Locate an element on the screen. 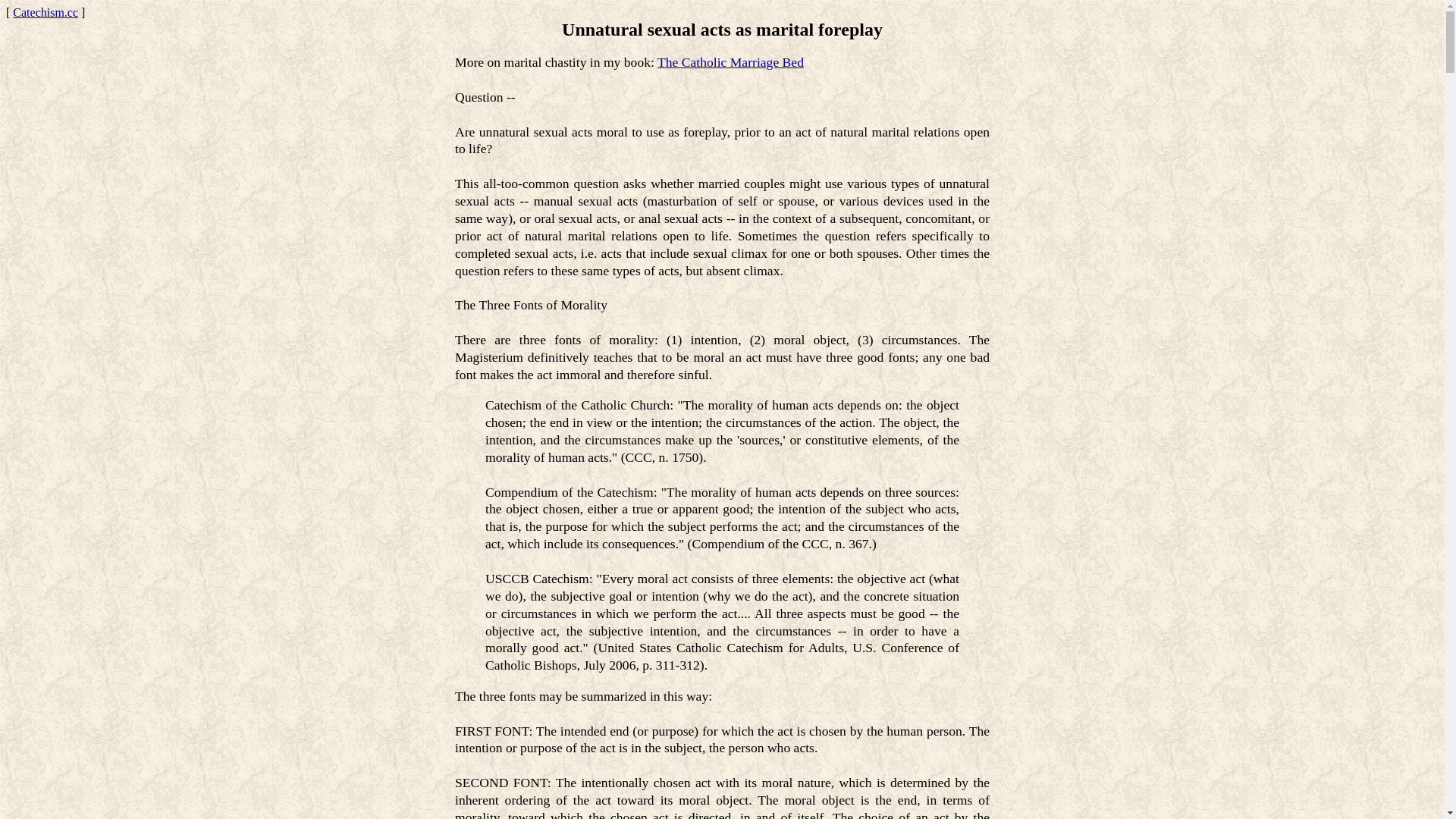  'The Catholic Marriage Bed' is located at coordinates (730, 61).